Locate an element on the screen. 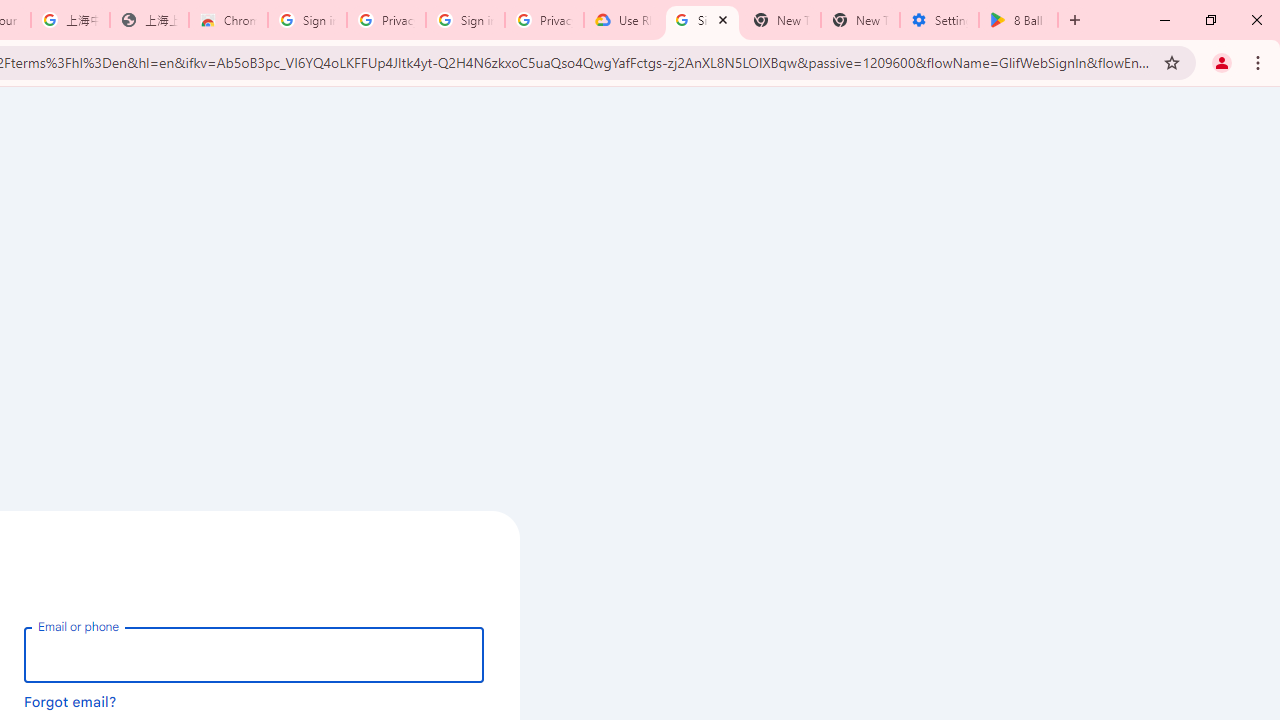 This screenshot has height=720, width=1280. '8 Ball Pool - Apps on Google Play' is located at coordinates (1018, 20).